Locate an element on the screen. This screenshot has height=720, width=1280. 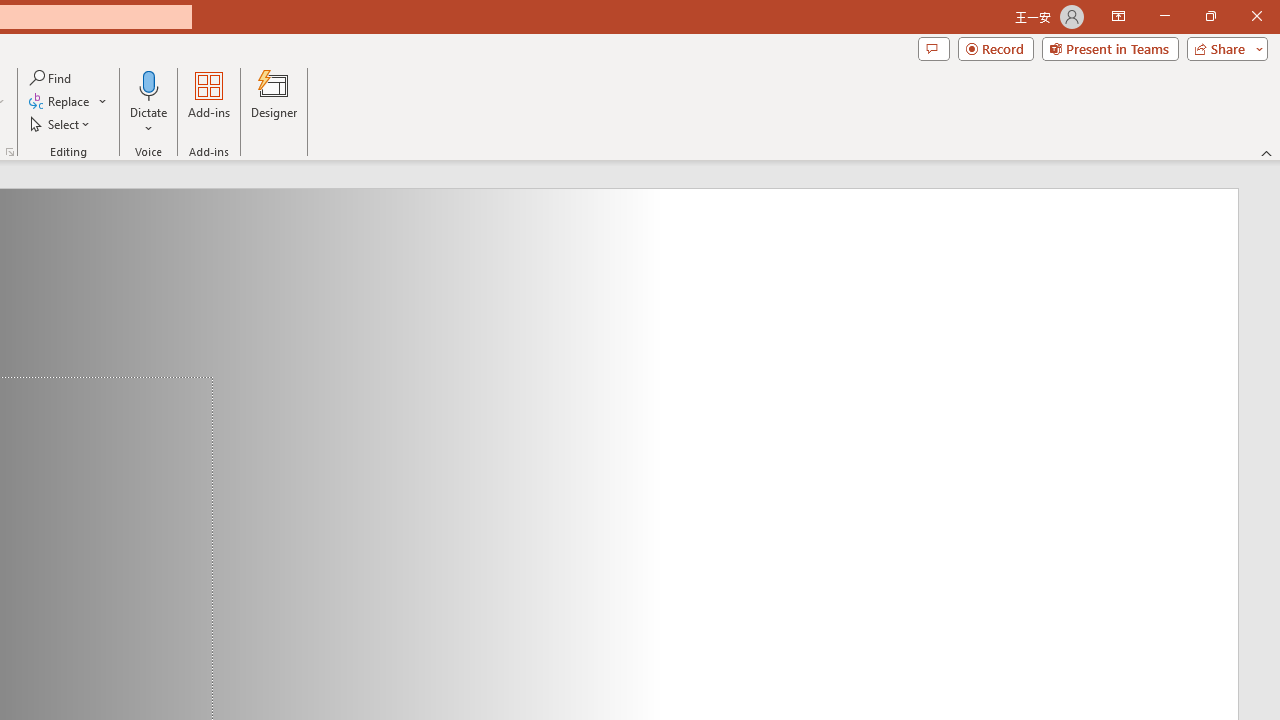
'Select' is located at coordinates (61, 124).